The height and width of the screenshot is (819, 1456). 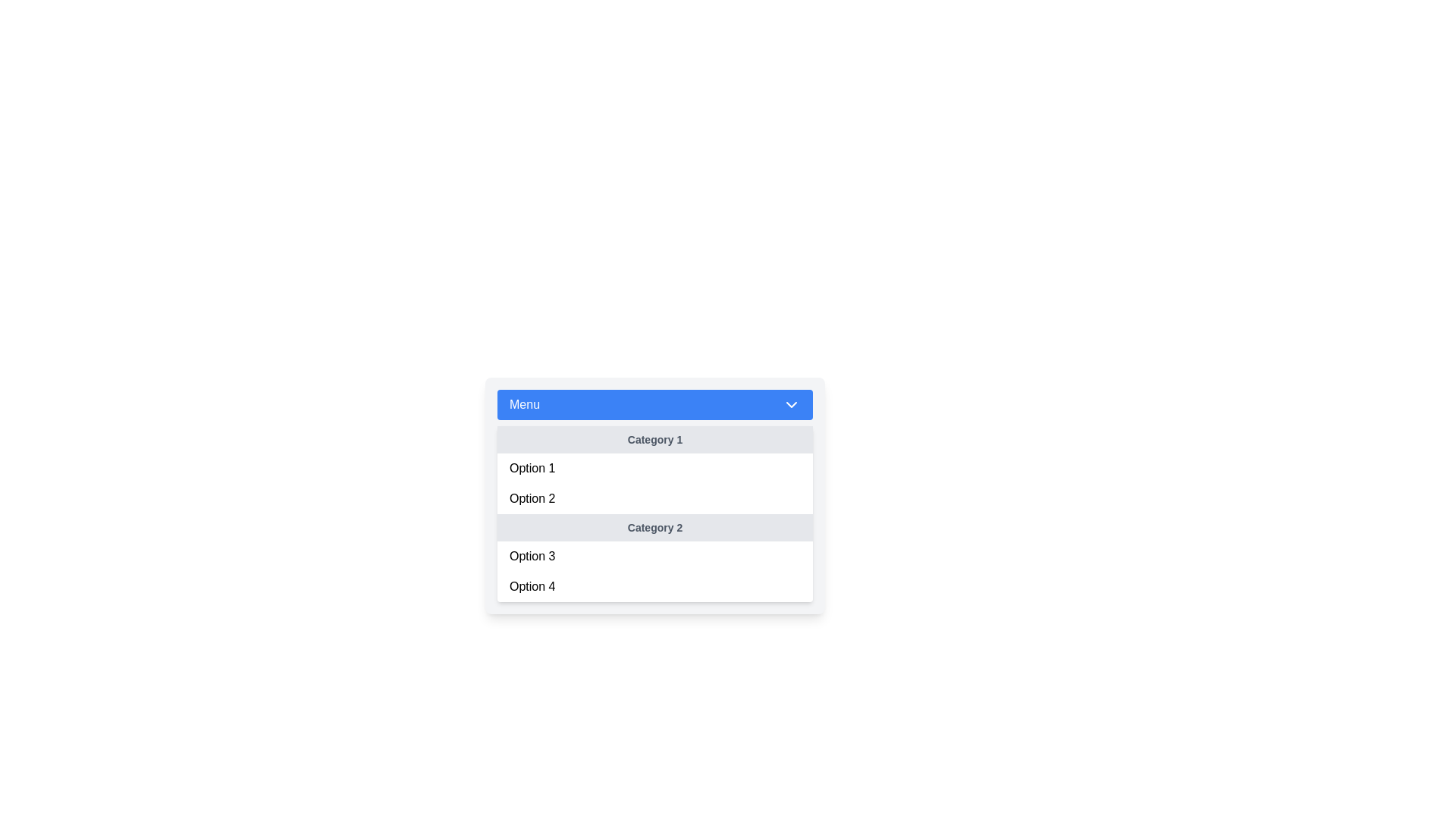 I want to click on the interactive menu option button located as the second option under 'Category 1' in the dropdown list, so click(x=655, y=499).